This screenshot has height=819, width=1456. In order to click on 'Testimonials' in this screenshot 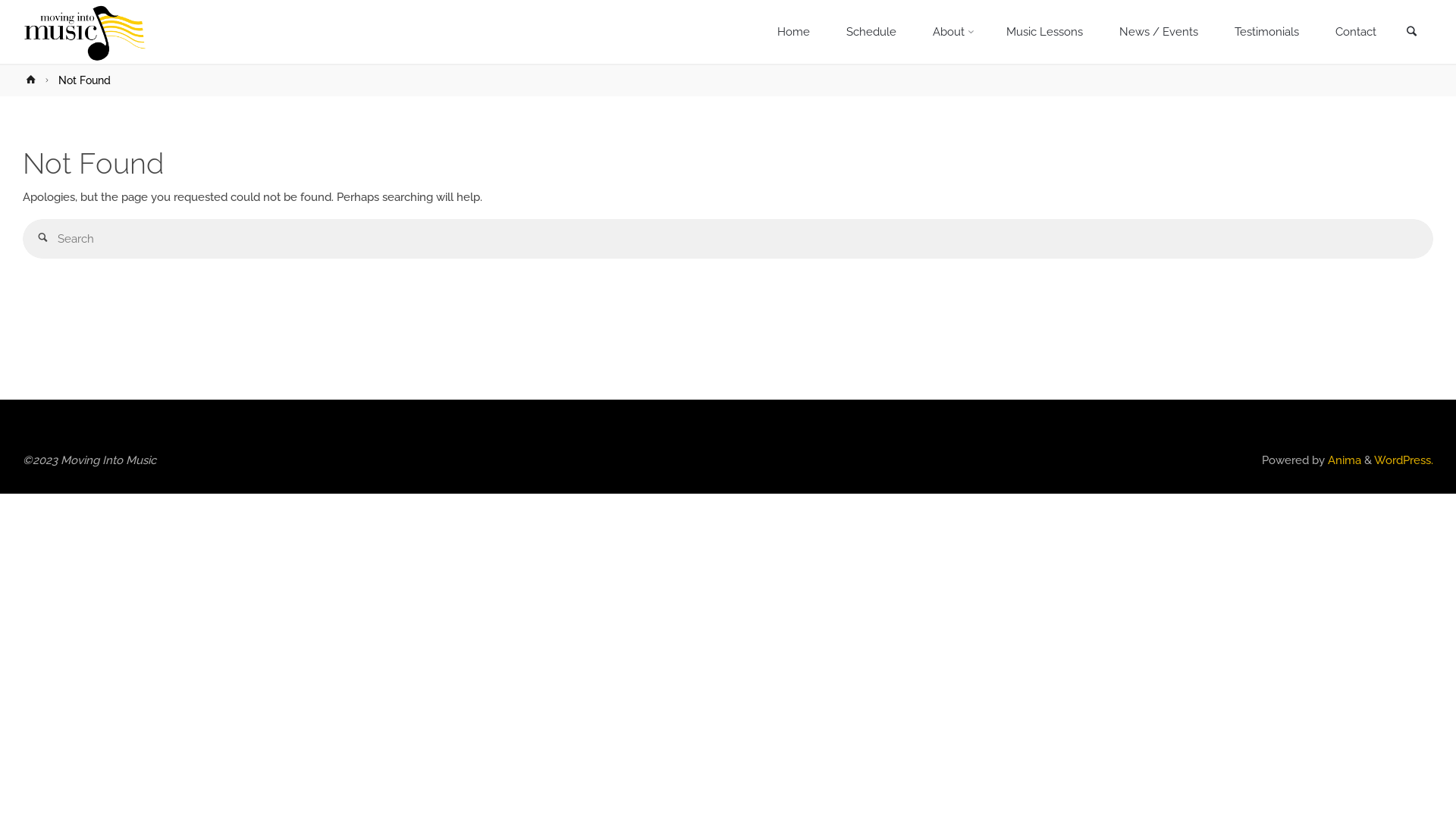, I will do `click(1216, 32)`.